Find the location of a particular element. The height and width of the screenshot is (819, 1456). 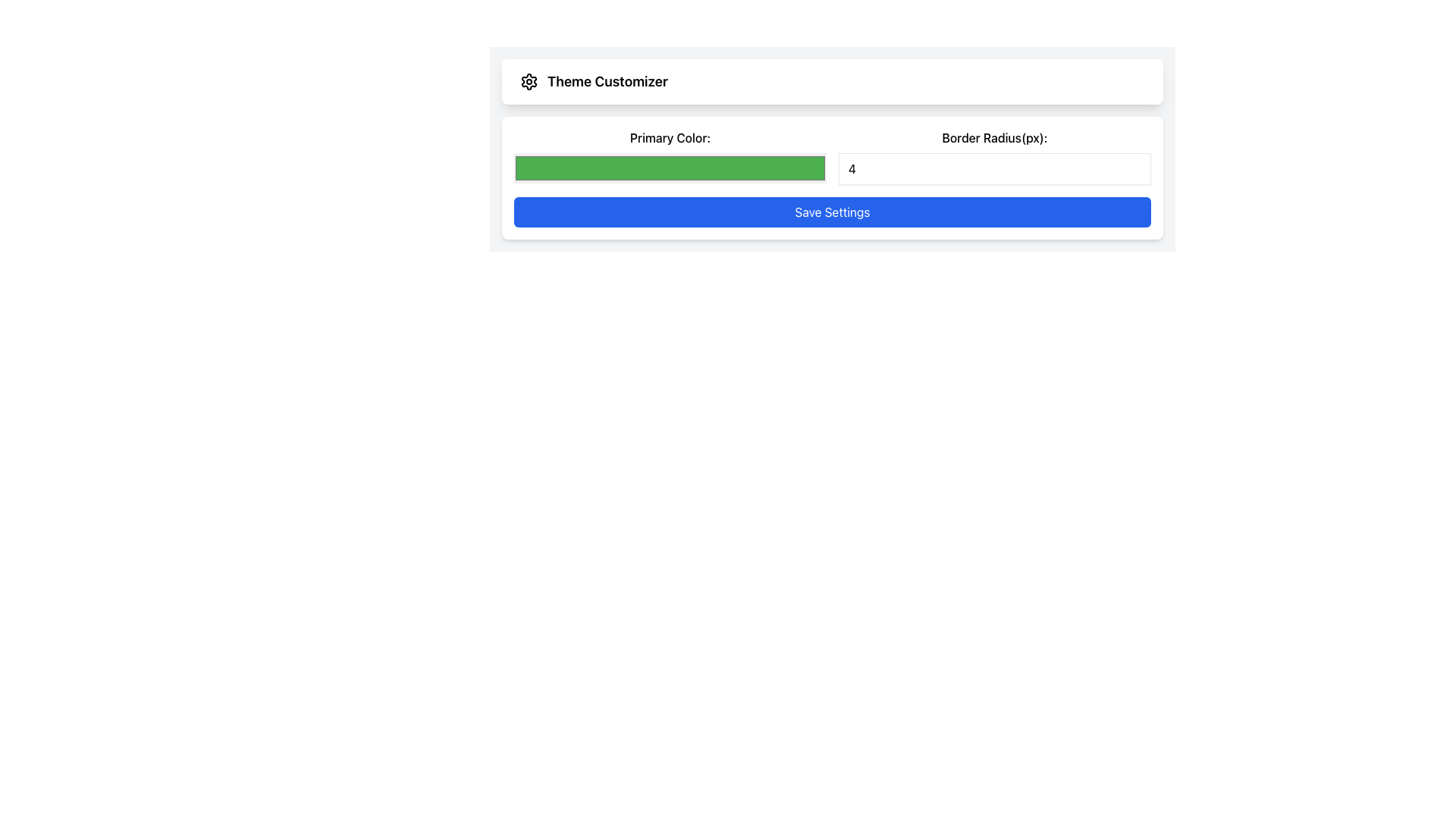

the green-colored Color input field located below the 'Primary Color:' label is located at coordinates (669, 157).